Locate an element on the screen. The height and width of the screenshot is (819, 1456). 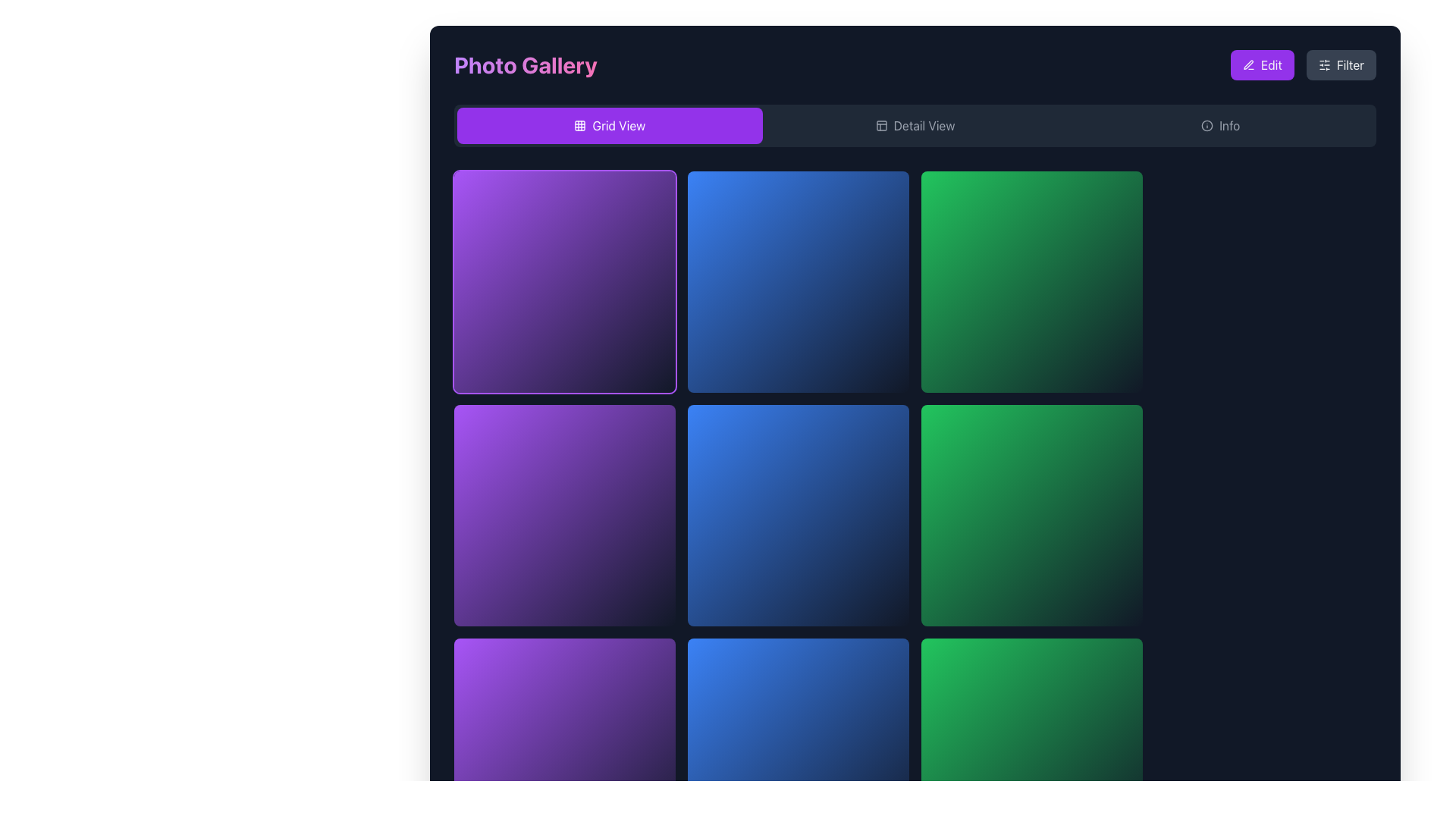
the clickable grid item located in the second cell of the second row to trigger the group-hover style effect is located at coordinates (563, 514).